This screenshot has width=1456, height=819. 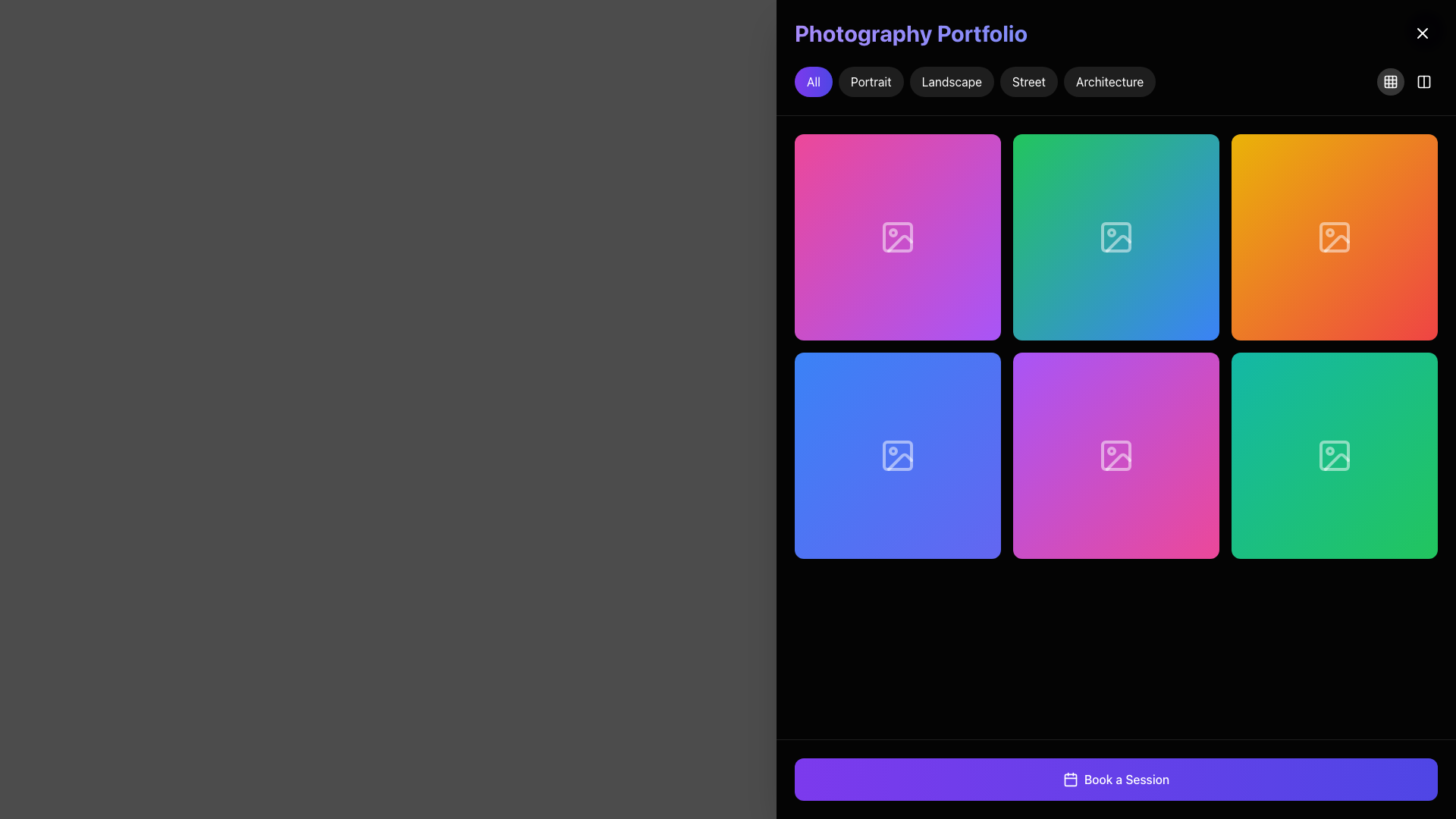 I want to click on the circular icon button located at the top-right corner of the interface, so click(x=1423, y=82).